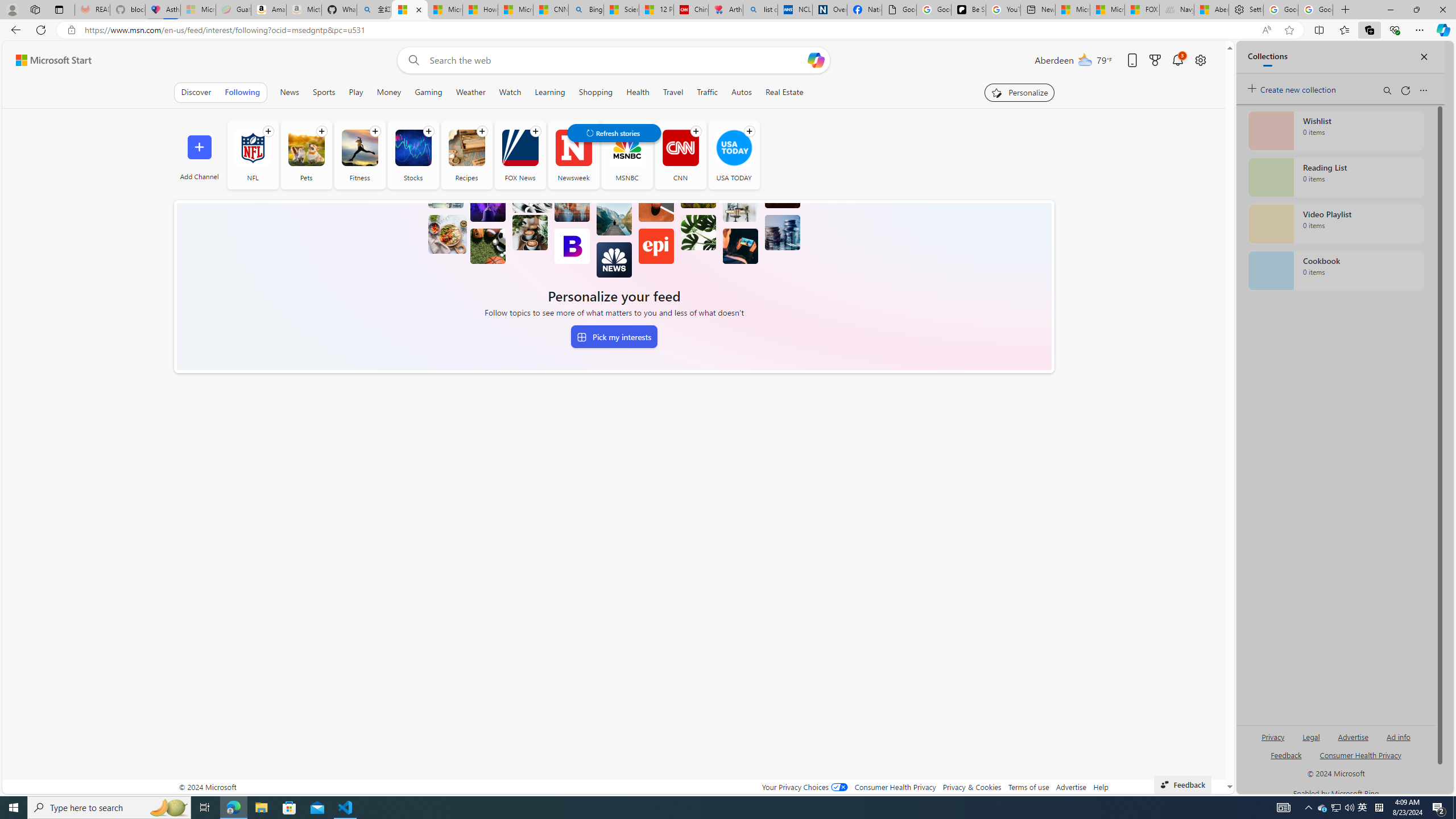  I want to click on 'Travel', so click(672, 92).